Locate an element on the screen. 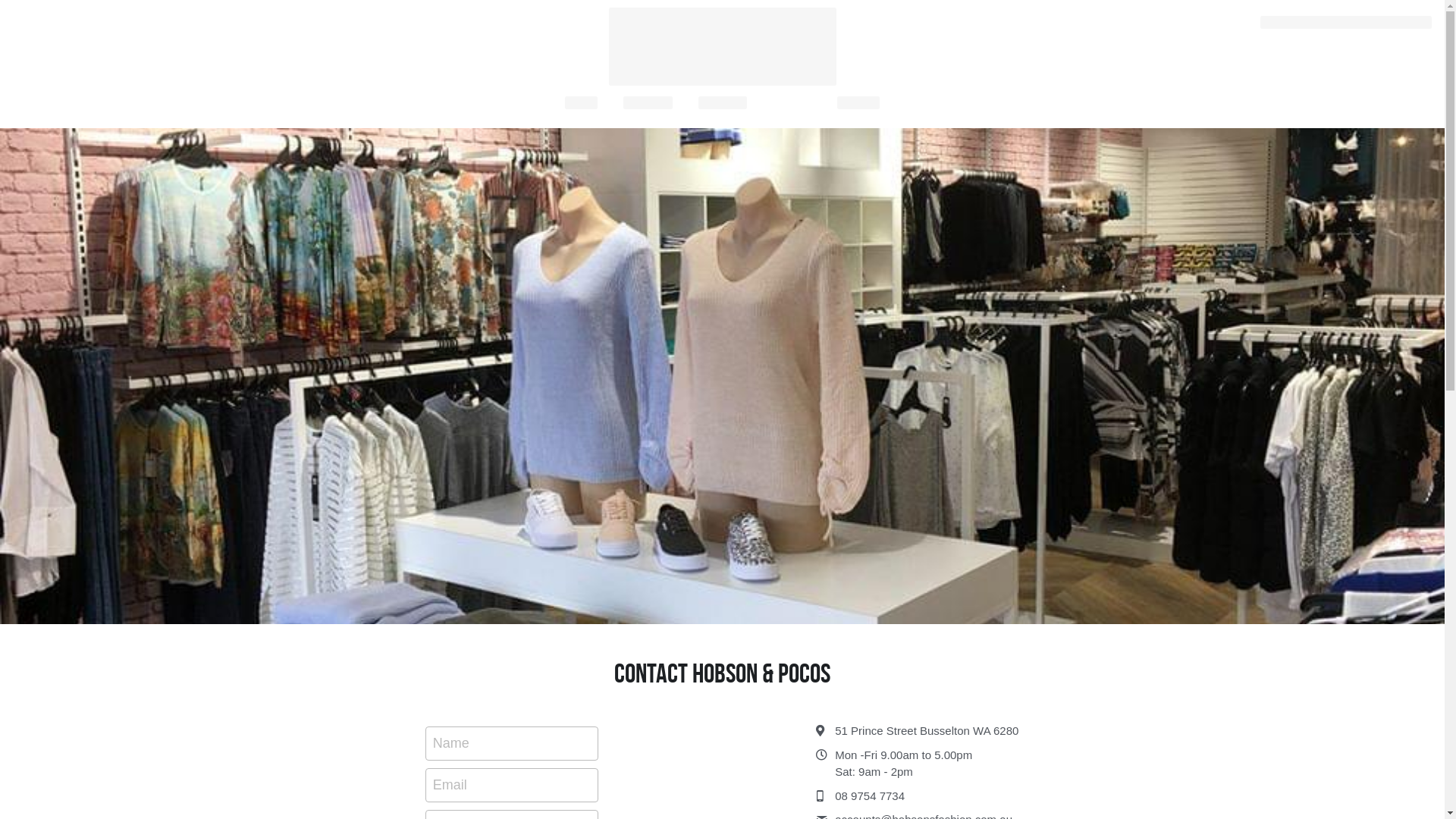 The height and width of the screenshot is (819, 1456). 'Home' is located at coordinates (580, 102).